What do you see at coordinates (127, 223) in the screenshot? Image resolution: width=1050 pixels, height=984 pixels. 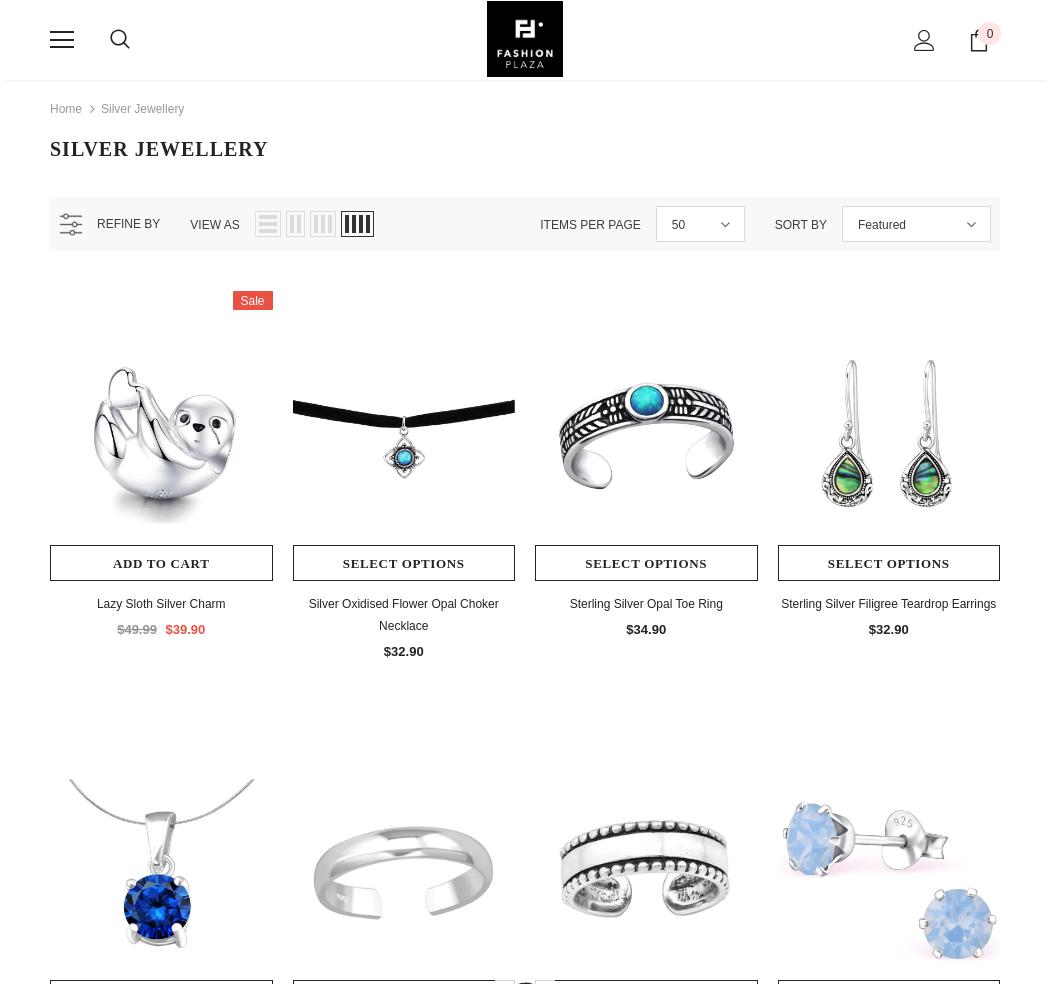 I see `'Refine by'` at bounding box center [127, 223].